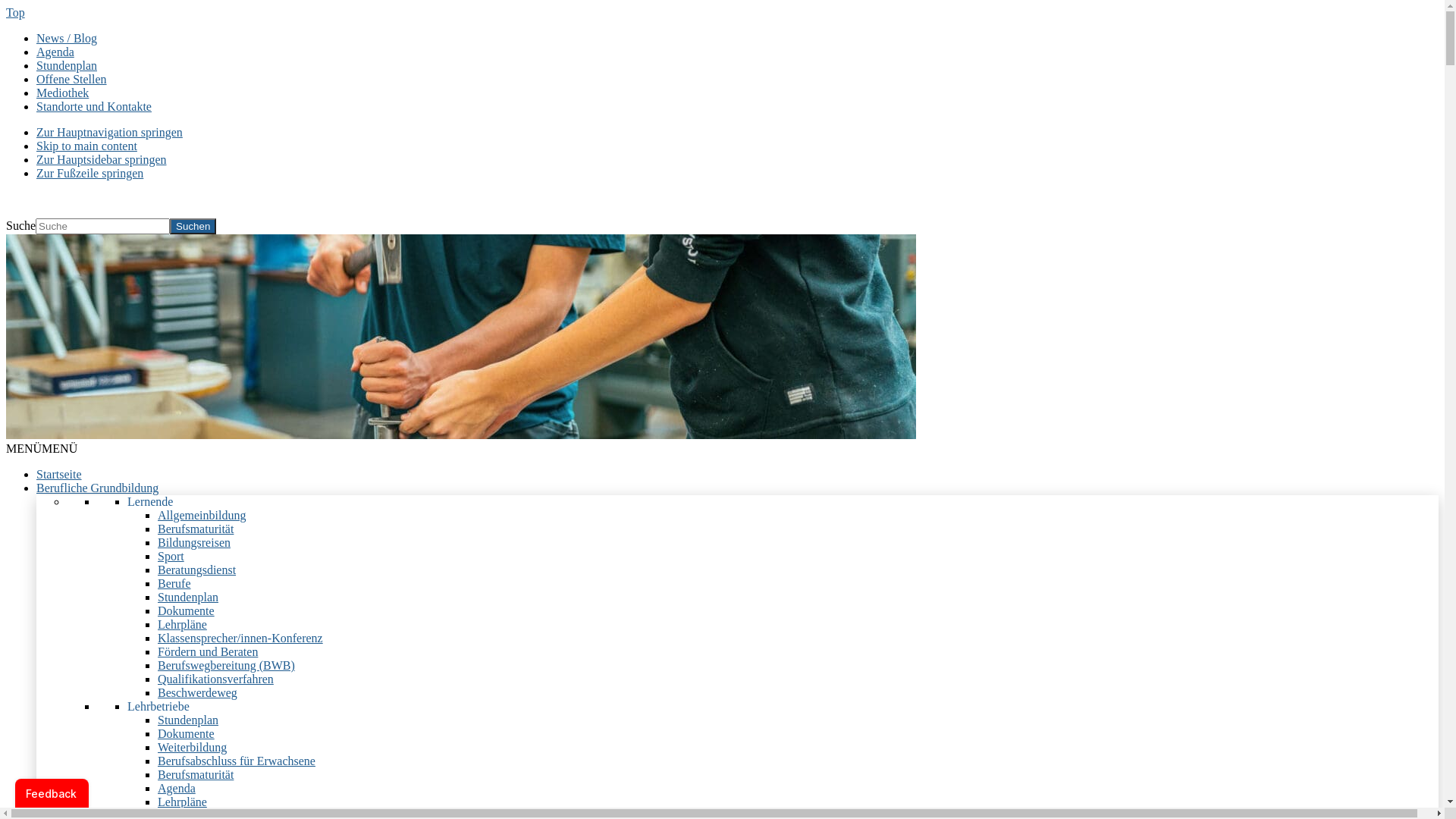 Image resolution: width=1456 pixels, height=819 pixels. I want to click on 'Sport', so click(171, 556).